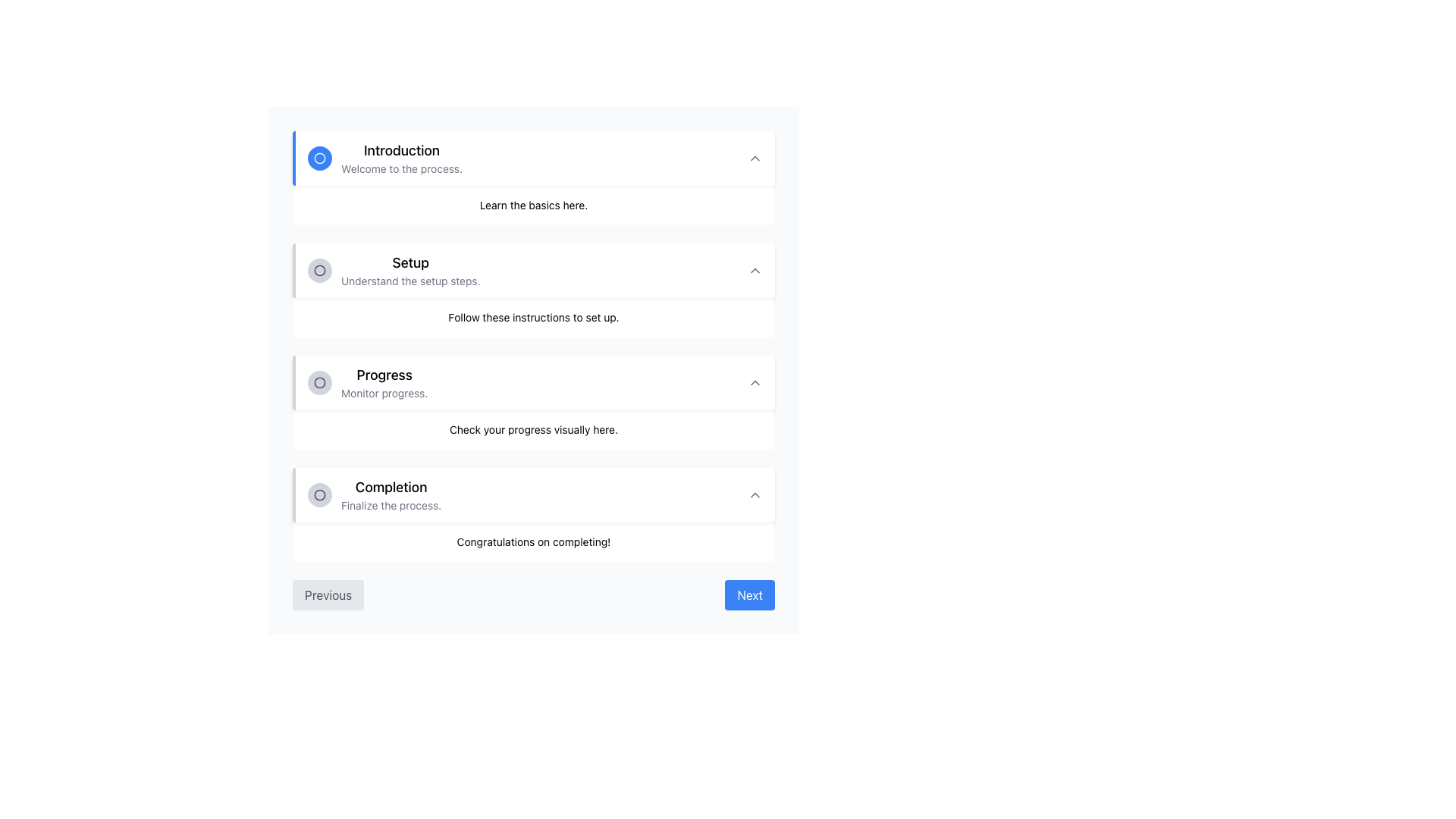 This screenshot has width=1456, height=819. I want to click on the 'Completion' text element, which is bold and larger in font size, located under the 'Progress' section and above the navigation buttons, so click(375, 494).